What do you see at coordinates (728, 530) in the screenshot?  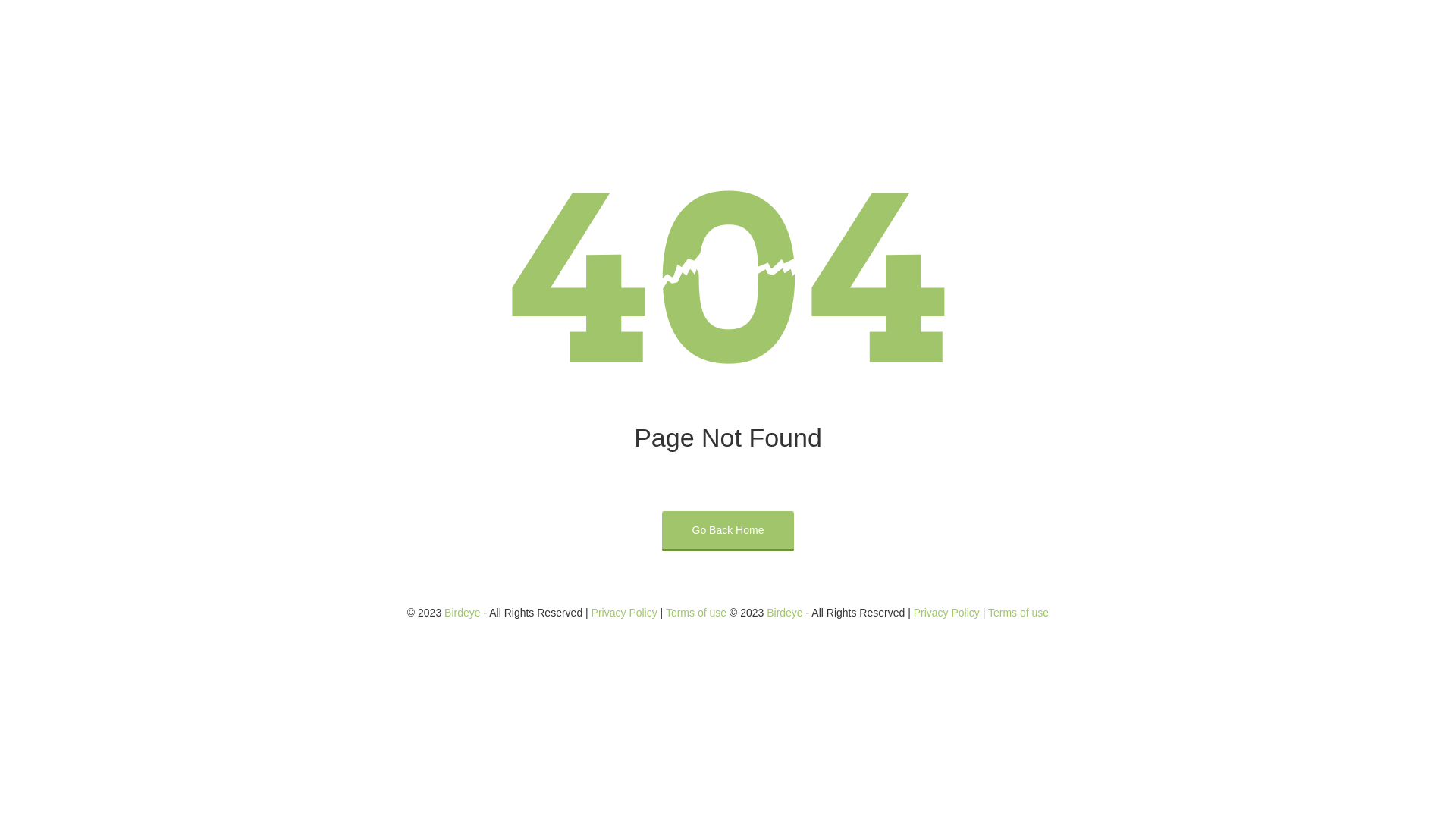 I see `'Go Back Home'` at bounding box center [728, 530].